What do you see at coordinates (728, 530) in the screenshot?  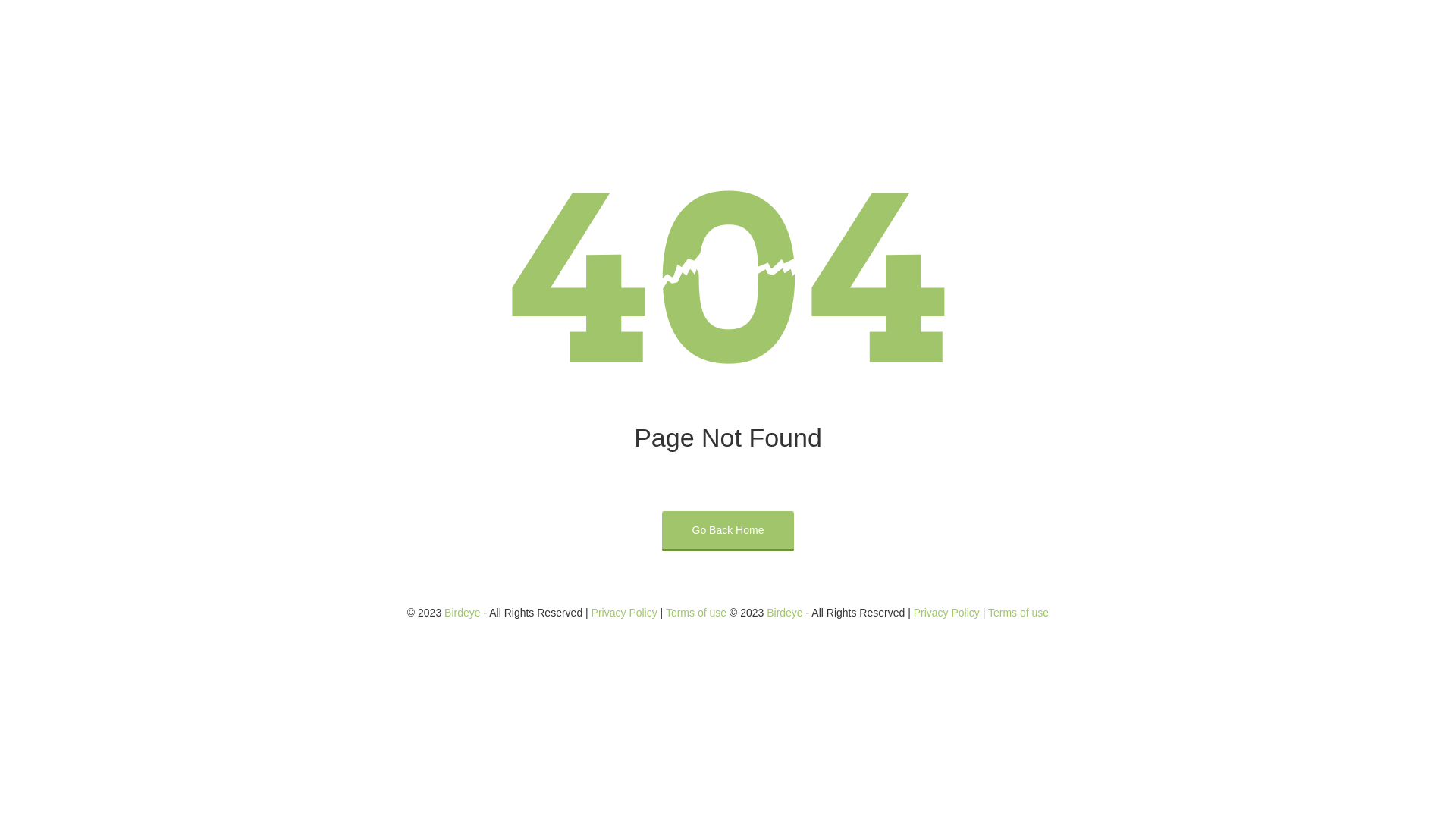 I see `'Go Back Home'` at bounding box center [728, 530].